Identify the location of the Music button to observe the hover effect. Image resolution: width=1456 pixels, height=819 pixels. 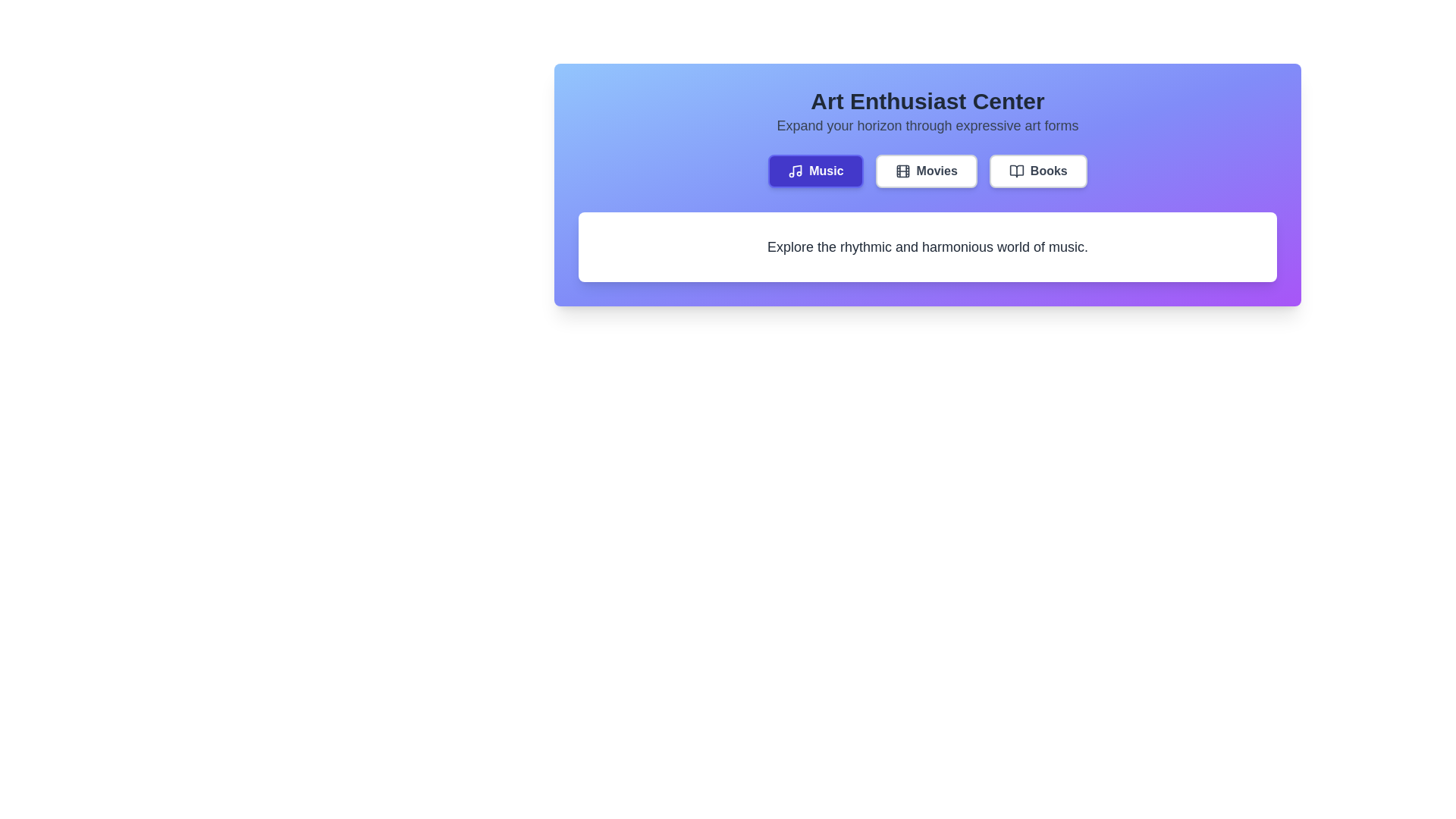
(814, 171).